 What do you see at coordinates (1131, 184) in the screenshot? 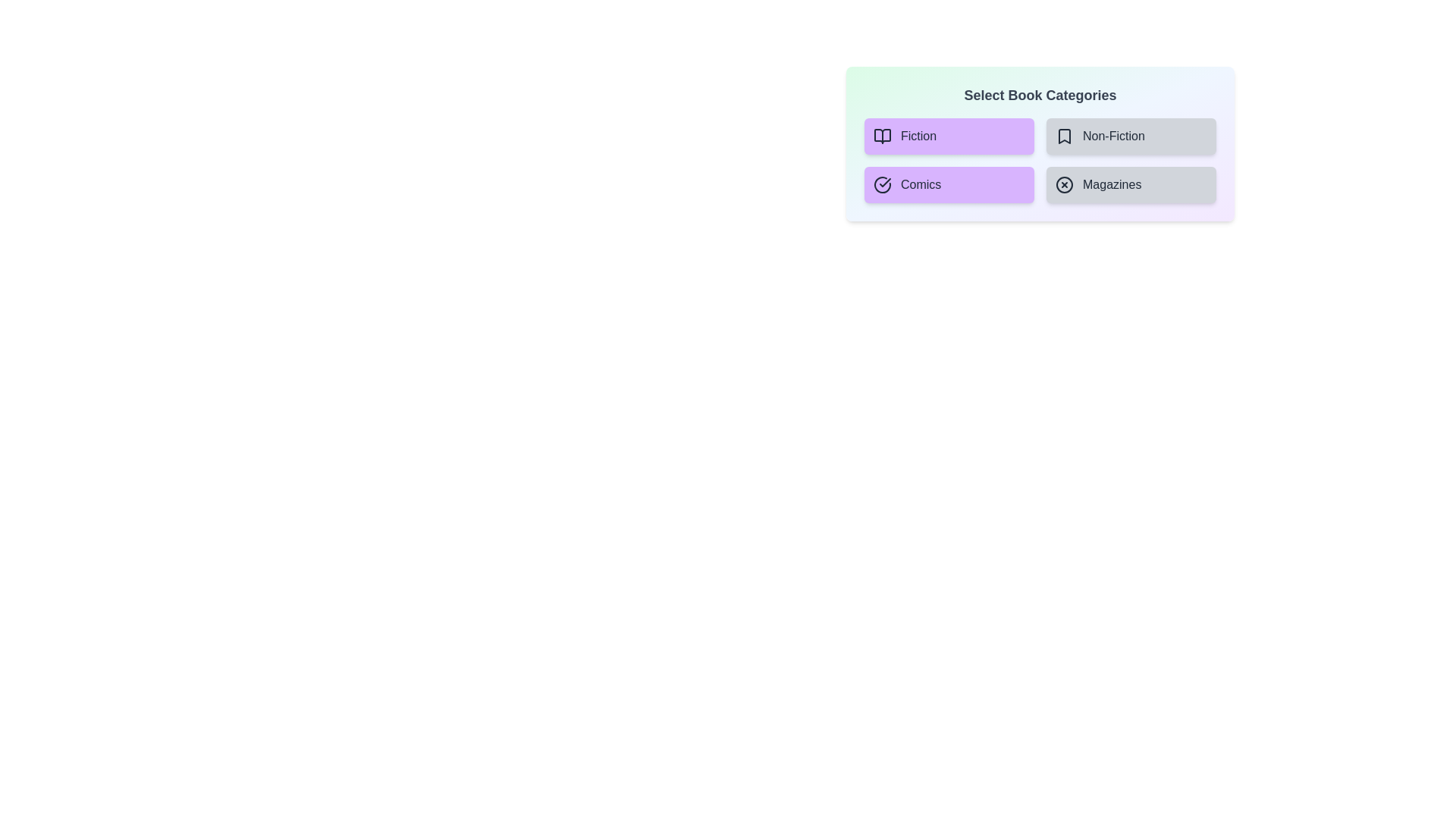
I see `the category Magazines` at bounding box center [1131, 184].